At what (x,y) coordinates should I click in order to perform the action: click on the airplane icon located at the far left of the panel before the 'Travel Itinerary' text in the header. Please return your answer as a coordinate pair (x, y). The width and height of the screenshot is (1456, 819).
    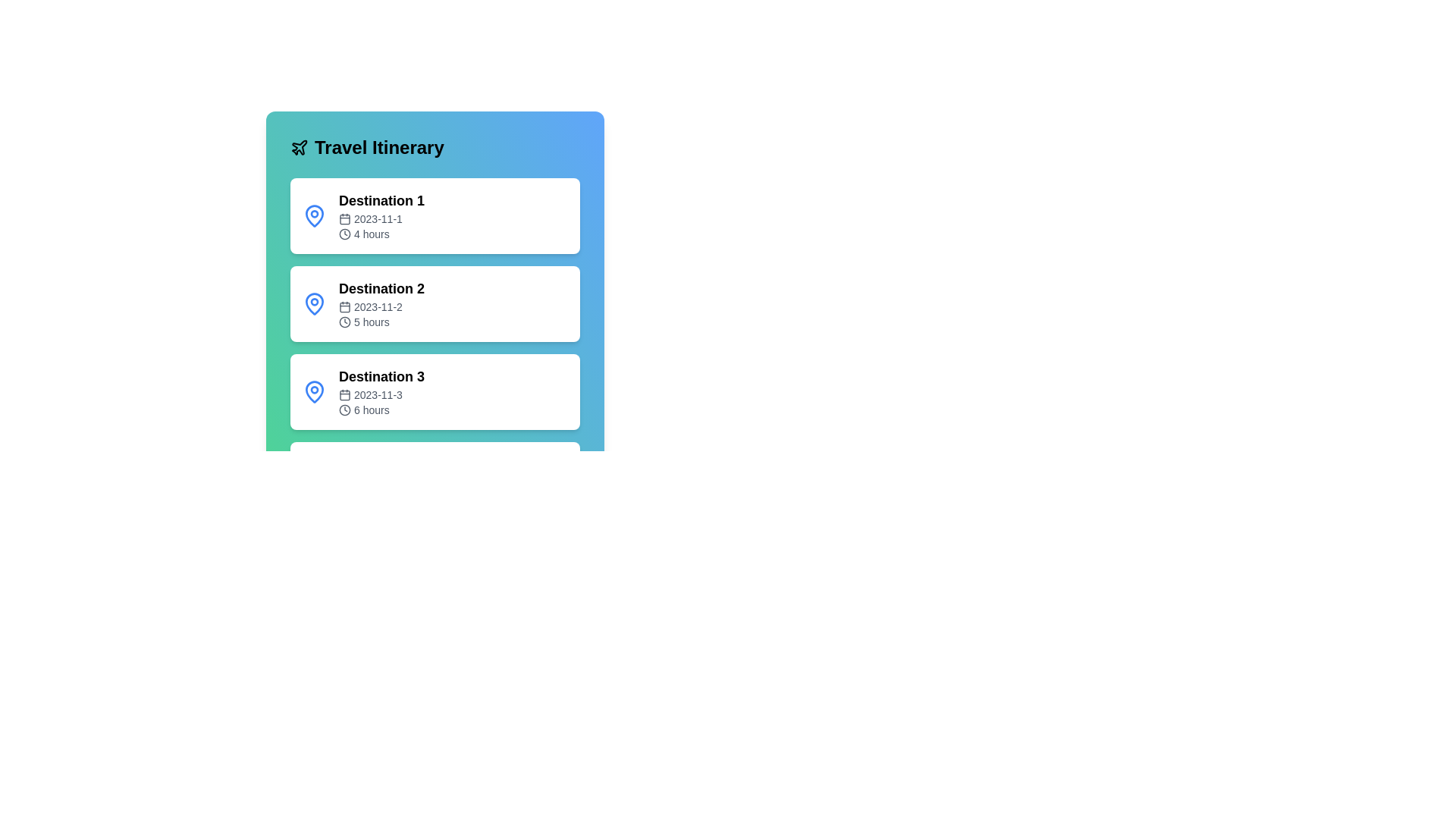
    Looking at the image, I should click on (299, 148).